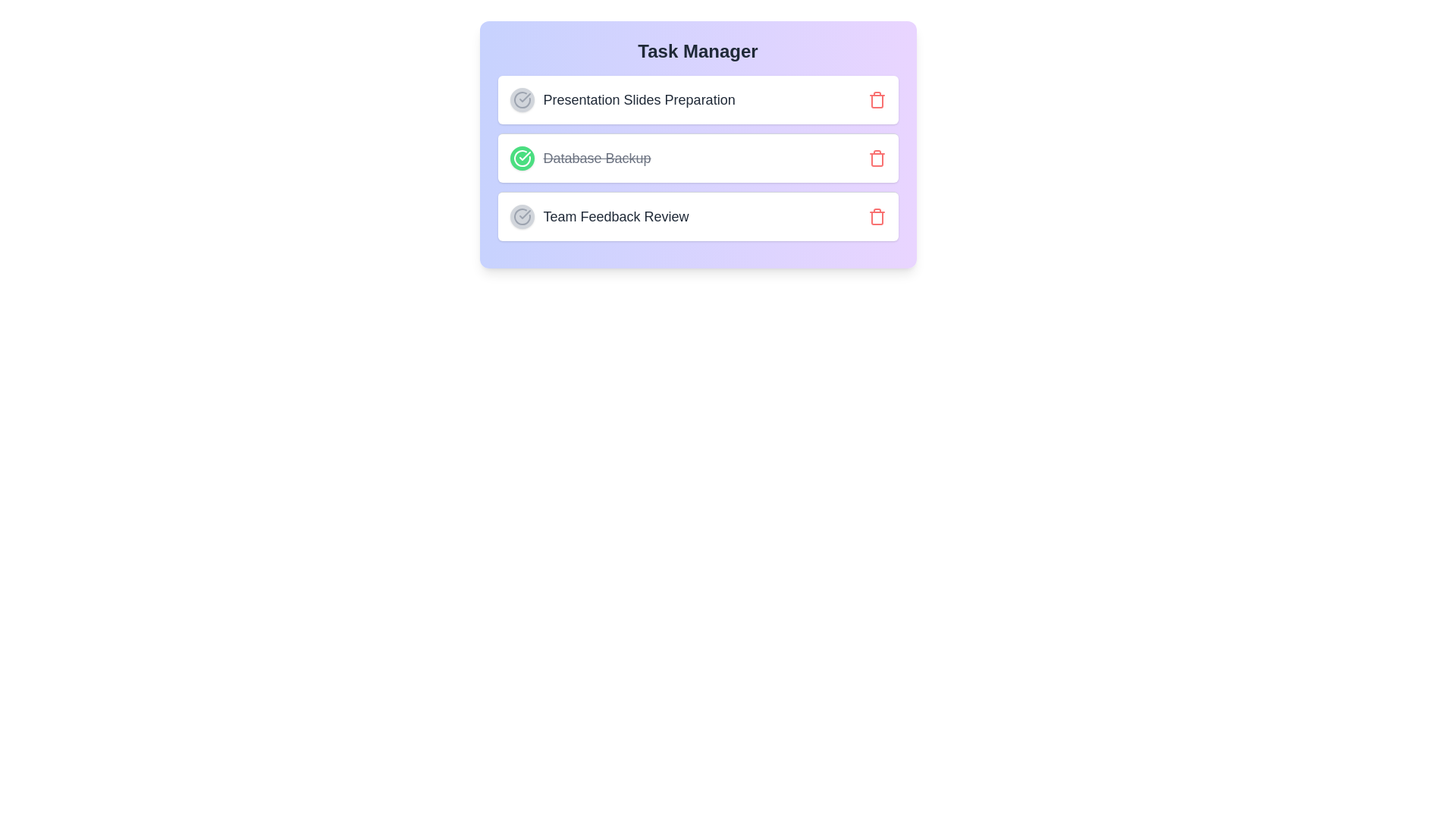  Describe the element at coordinates (877, 99) in the screenshot. I see `trash icon next to the task named Presentation Slides Preparation to delete it` at that location.